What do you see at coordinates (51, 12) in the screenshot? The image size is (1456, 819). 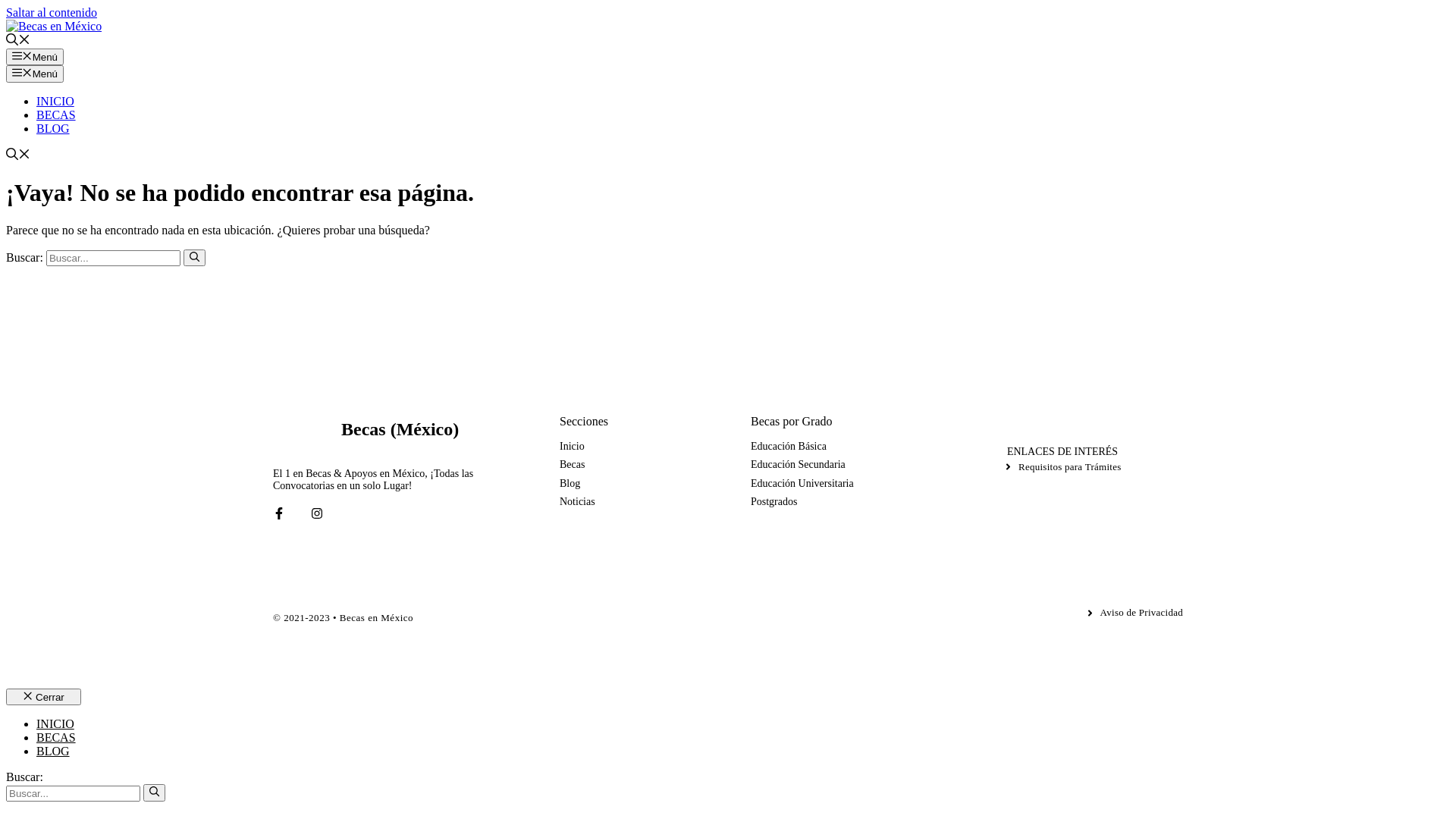 I see `'Saltar al contenido'` at bounding box center [51, 12].